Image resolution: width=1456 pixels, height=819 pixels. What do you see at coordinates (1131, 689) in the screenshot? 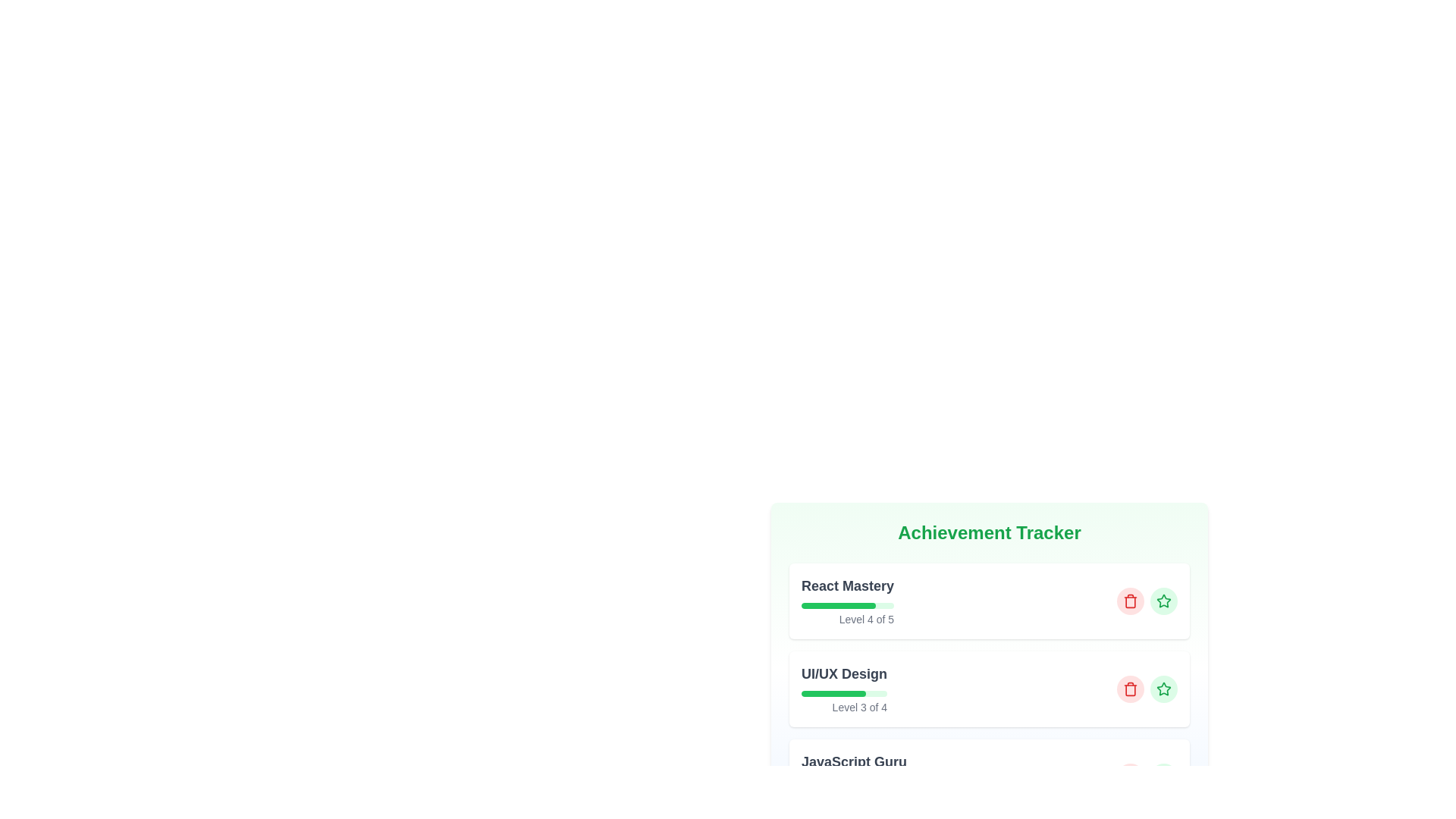
I see `the red trash bin icon button` at bounding box center [1131, 689].